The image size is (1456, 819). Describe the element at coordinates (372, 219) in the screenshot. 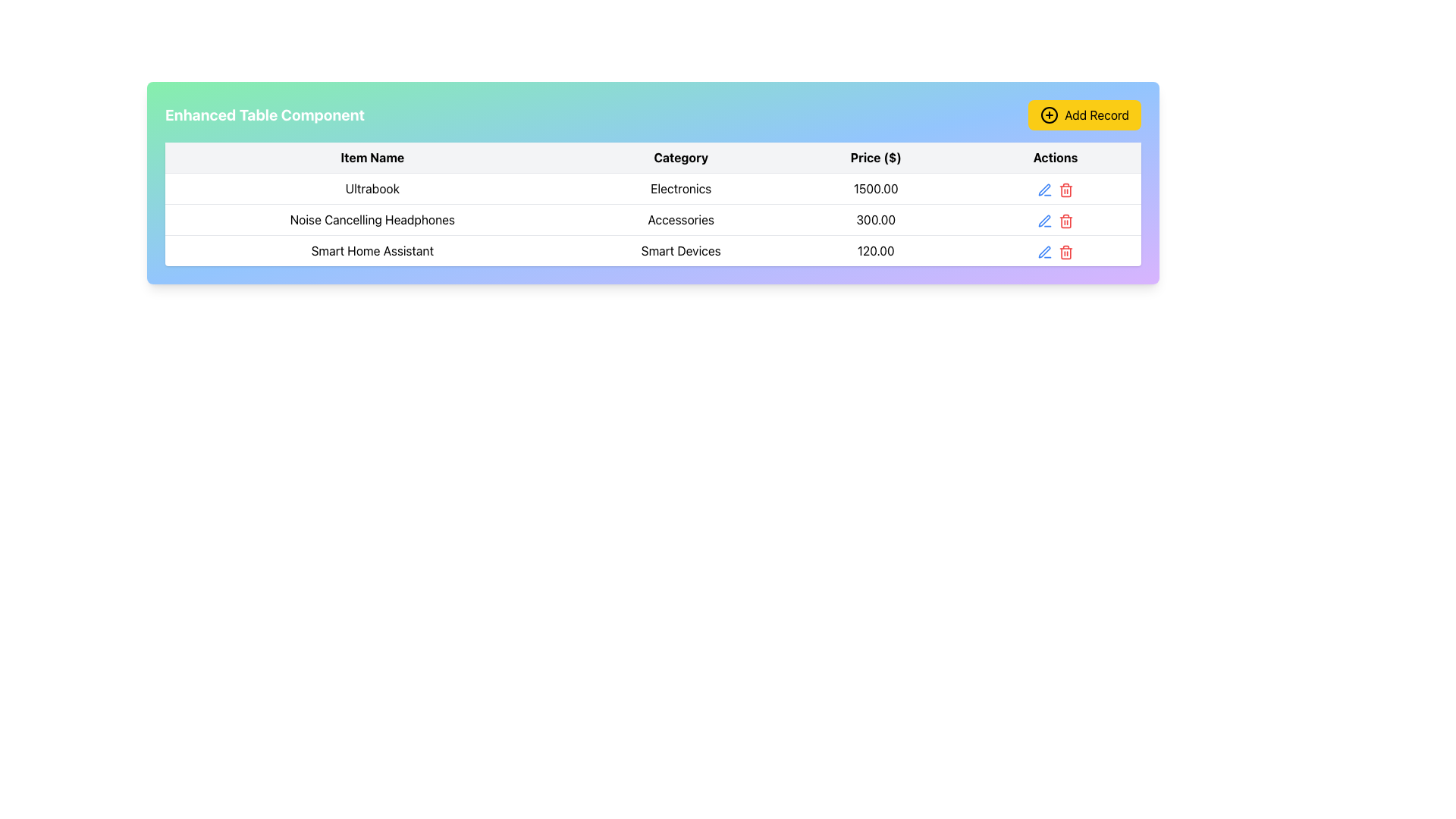

I see `text of the label displaying the item name 'Noise Cancelling Headphones', which is located under the 'Item Name' column in the second row of the table` at that location.